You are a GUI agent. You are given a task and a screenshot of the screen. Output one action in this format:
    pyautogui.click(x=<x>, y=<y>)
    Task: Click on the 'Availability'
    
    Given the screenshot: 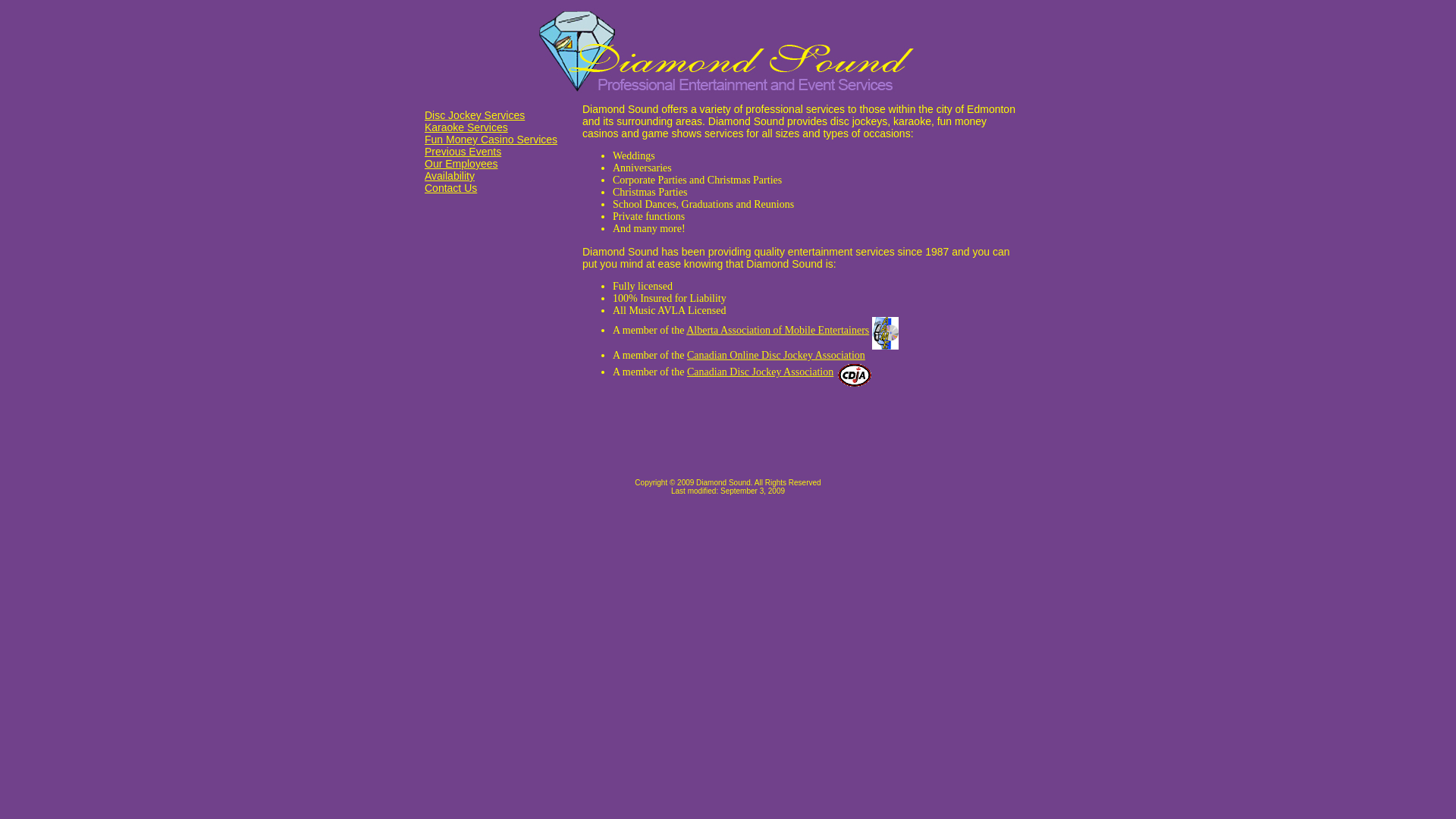 What is the action you would take?
    pyautogui.click(x=449, y=174)
    